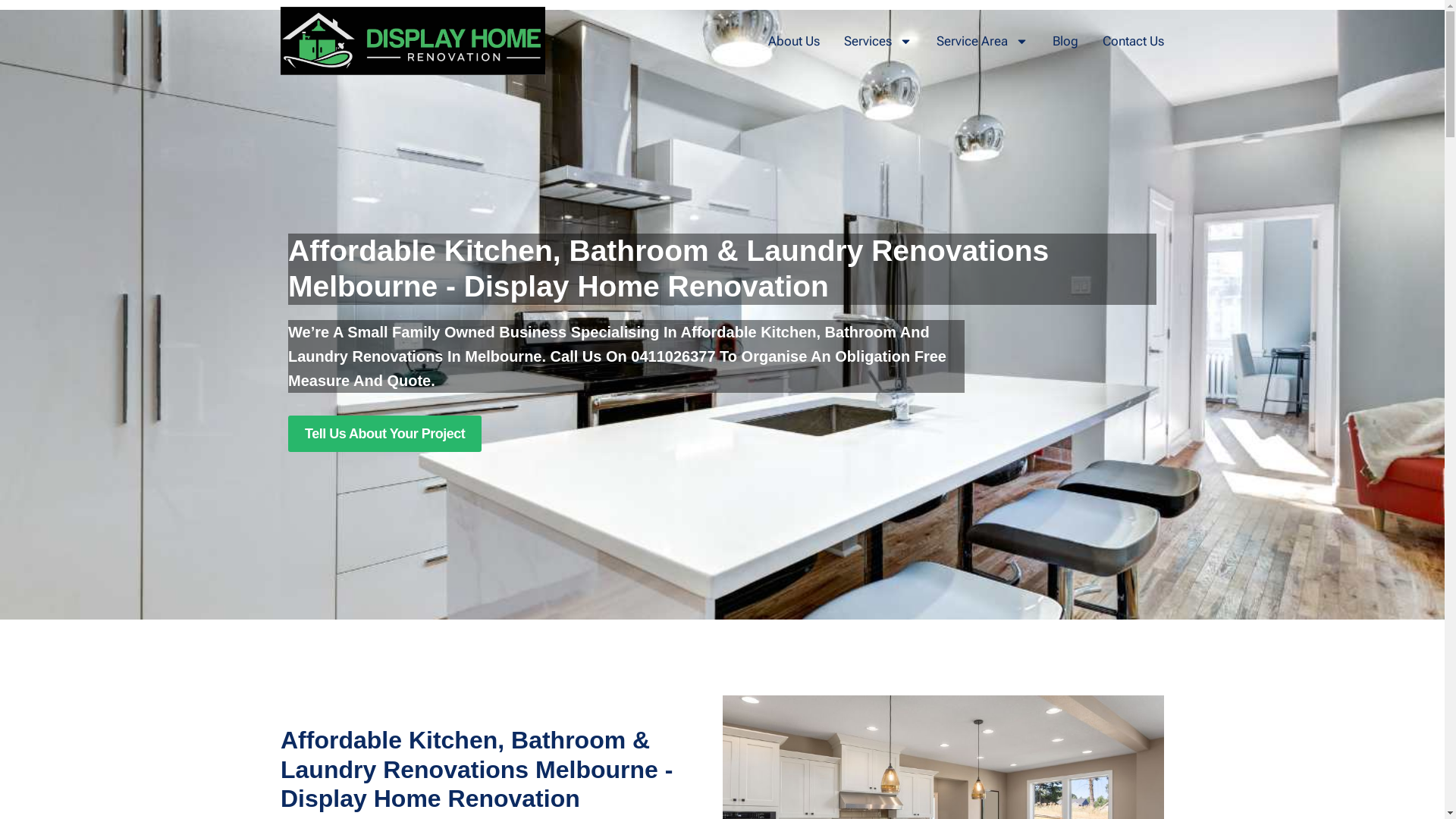 The width and height of the screenshot is (1456, 819). What do you see at coordinates (1133, 40) in the screenshot?
I see `'Contact Us'` at bounding box center [1133, 40].